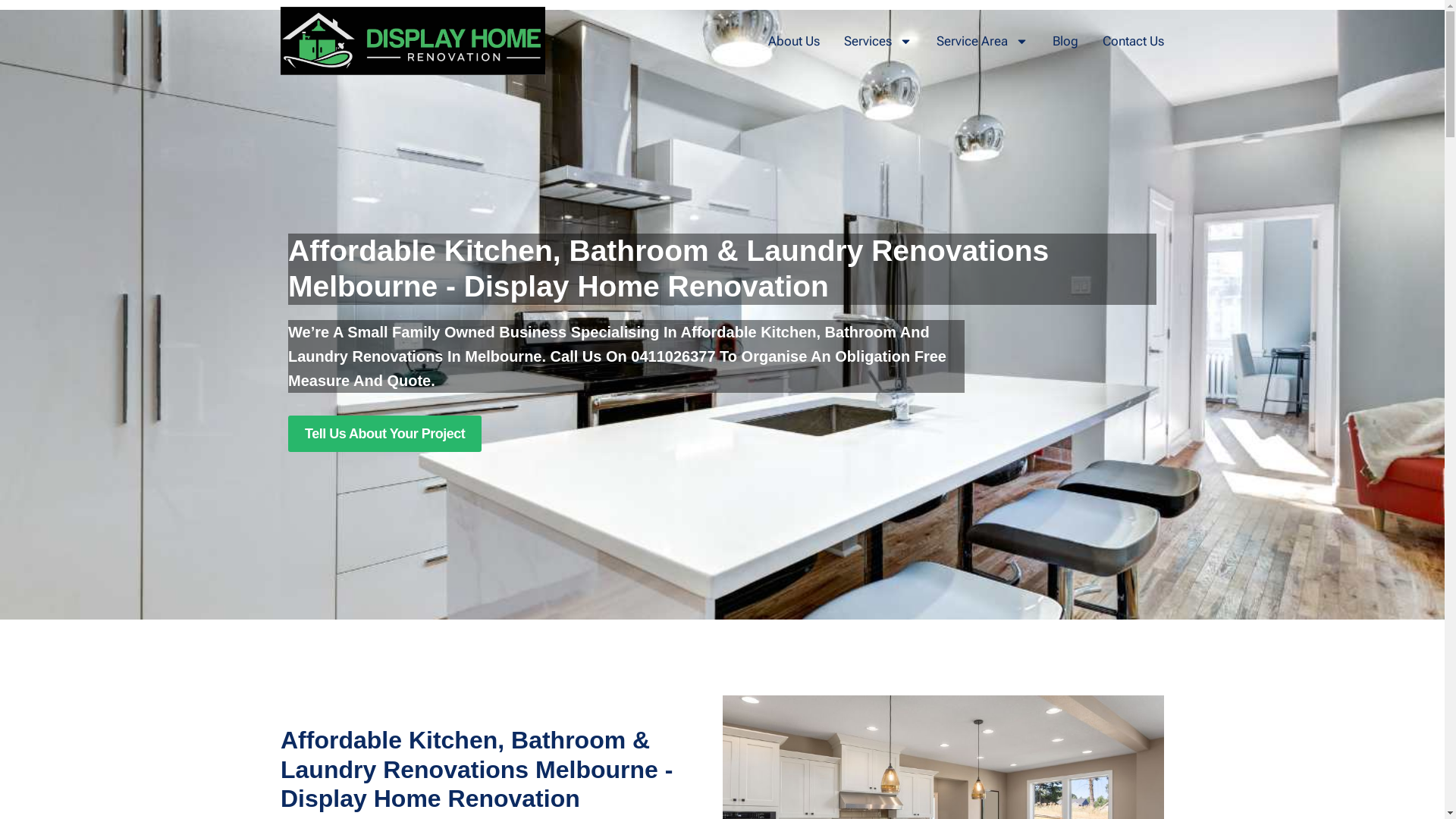 The width and height of the screenshot is (1456, 819). What do you see at coordinates (1133, 40) in the screenshot?
I see `'Contact Us'` at bounding box center [1133, 40].